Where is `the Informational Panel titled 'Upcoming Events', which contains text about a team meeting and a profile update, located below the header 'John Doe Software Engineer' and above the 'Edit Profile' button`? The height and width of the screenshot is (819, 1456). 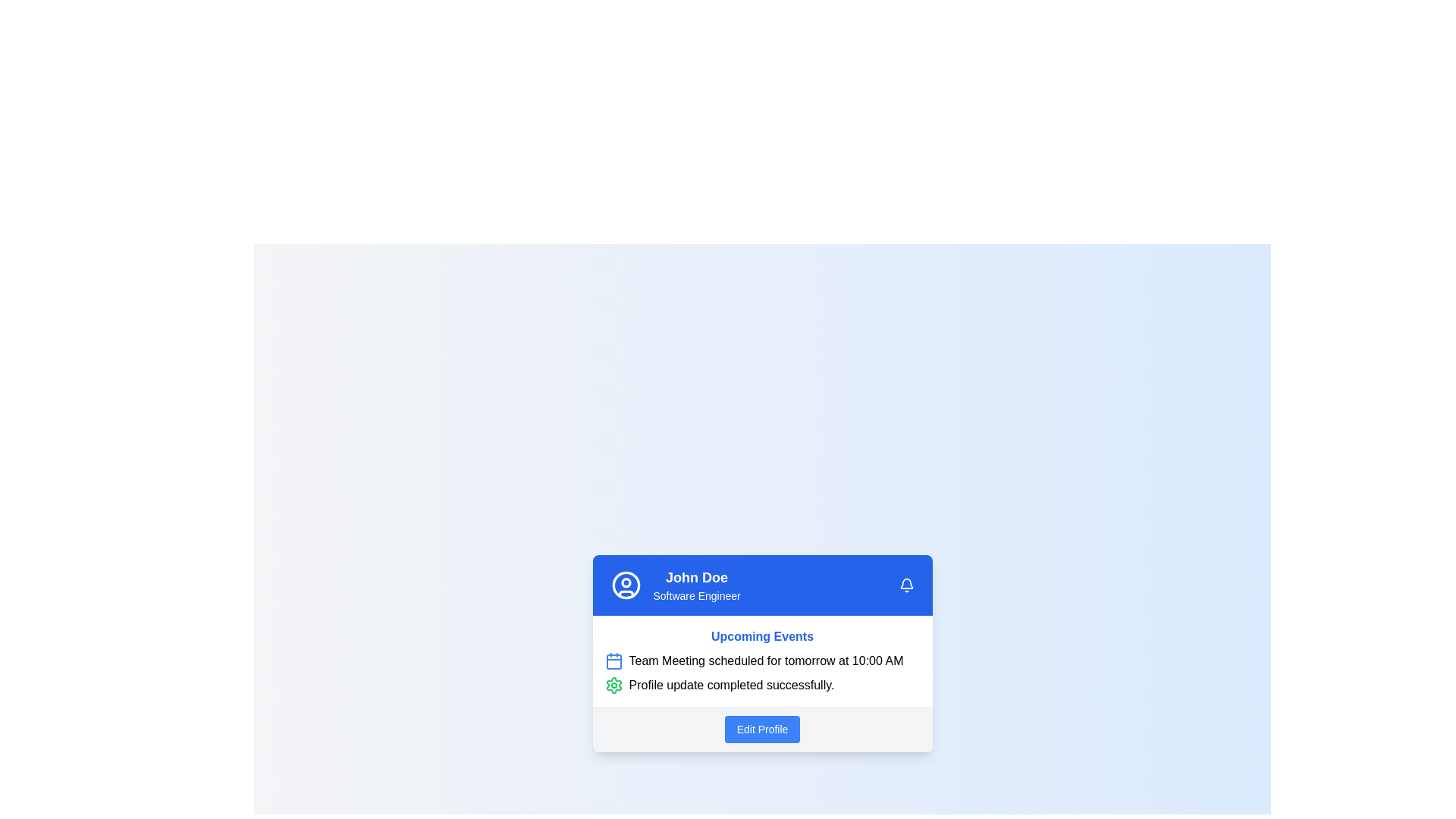 the Informational Panel titled 'Upcoming Events', which contains text about a team meeting and a profile update, located below the header 'John Doe Software Engineer' and above the 'Edit Profile' button is located at coordinates (762, 660).